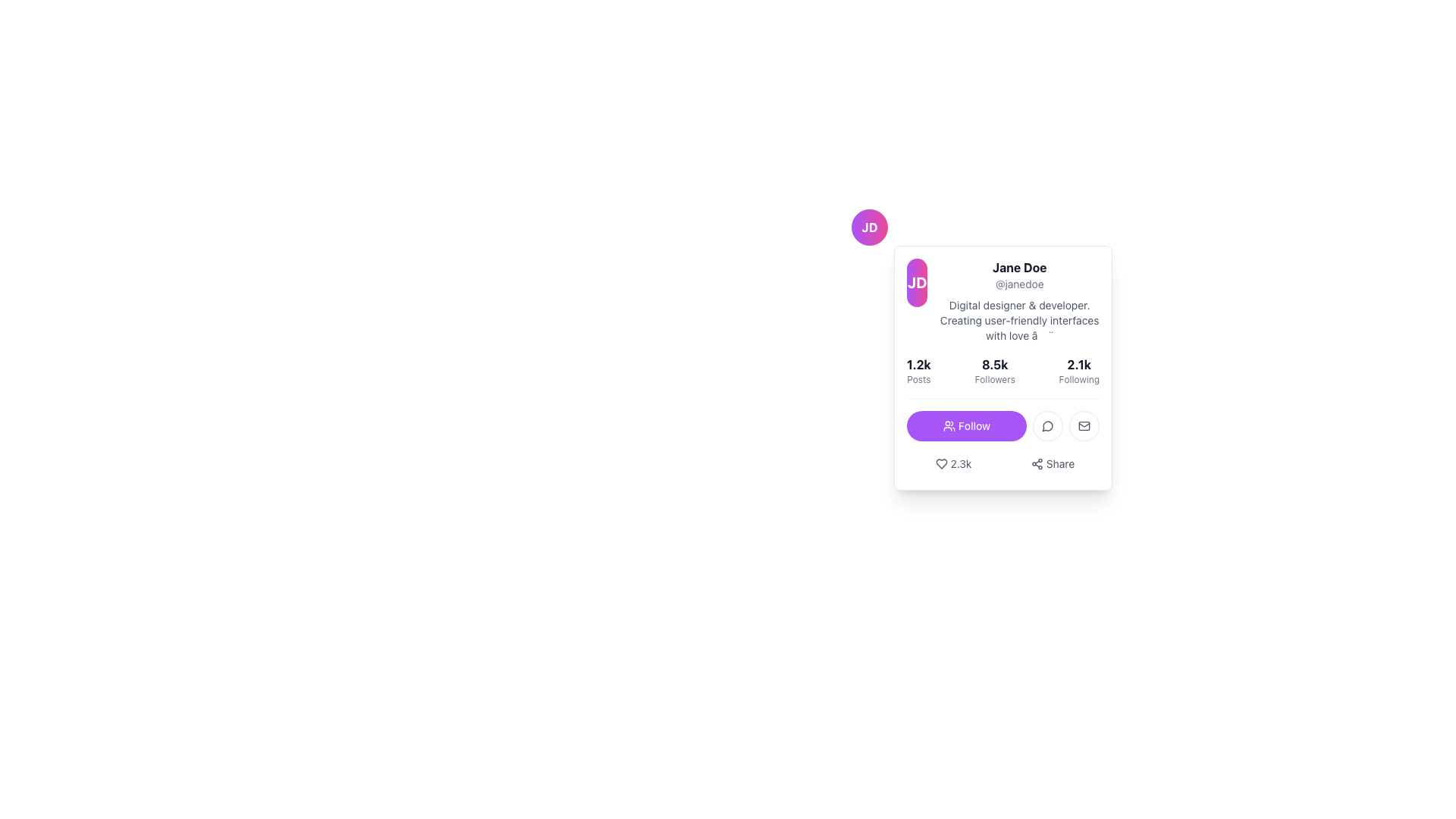 This screenshot has height=819, width=1456. What do you see at coordinates (1036, 463) in the screenshot?
I see `the 'Share' icon located at the bottom right of the user profile card` at bounding box center [1036, 463].